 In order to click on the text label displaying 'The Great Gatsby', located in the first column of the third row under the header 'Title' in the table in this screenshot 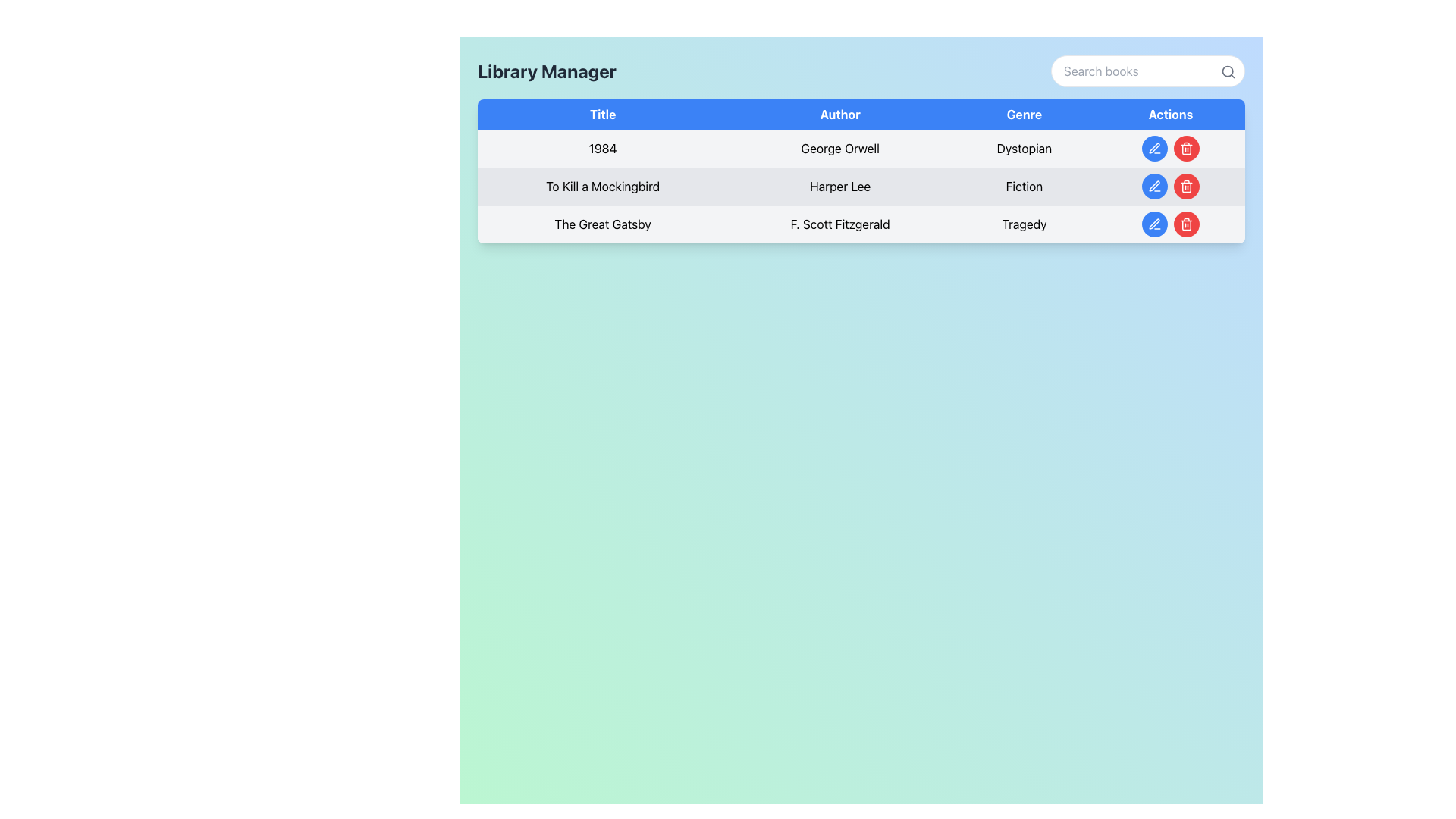, I will do `click(602, 224)`.